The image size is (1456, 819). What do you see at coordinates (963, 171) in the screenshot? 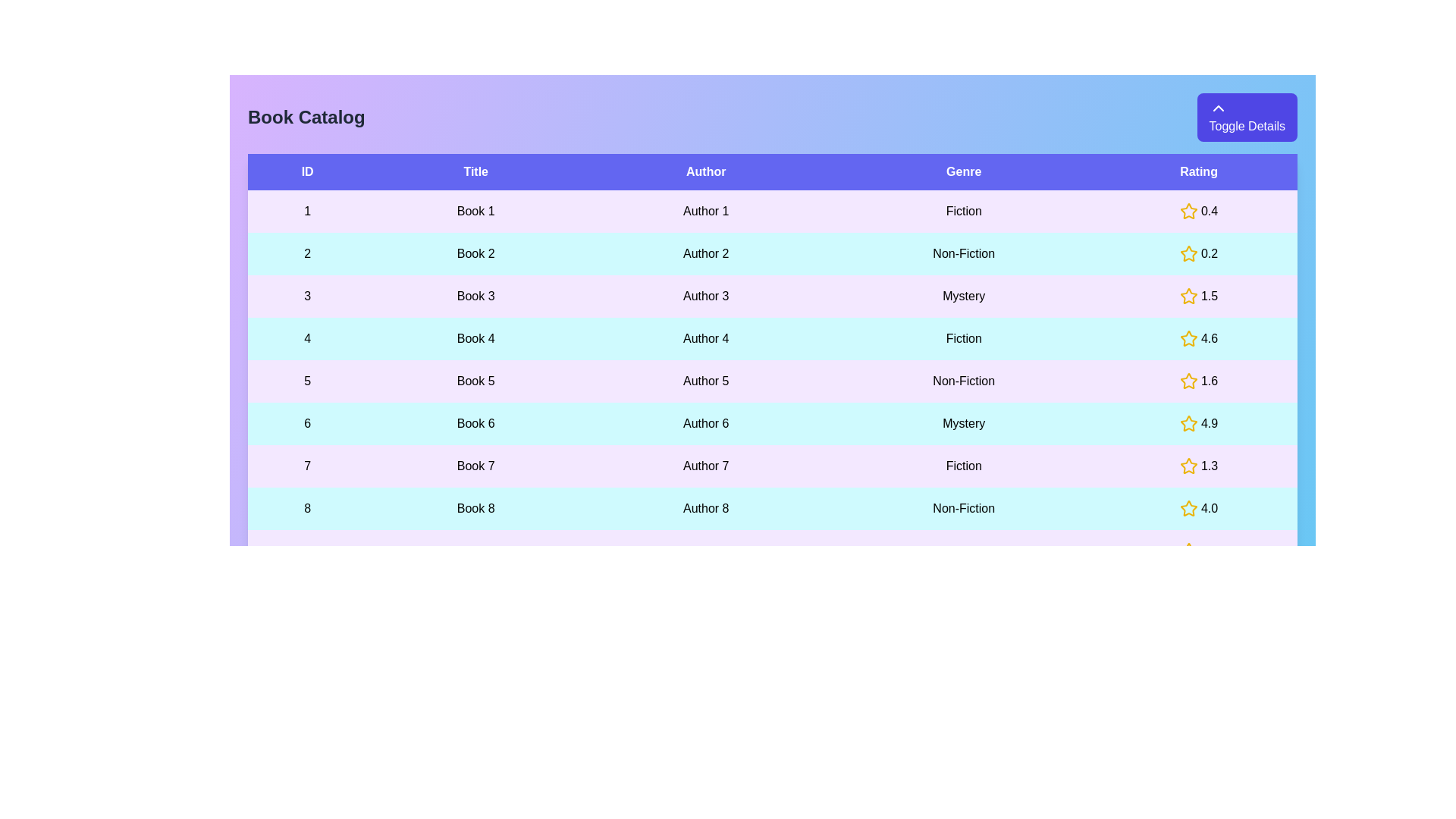
I see `the header of the column to sort the table by Genre` at bounding box center [963, 171].